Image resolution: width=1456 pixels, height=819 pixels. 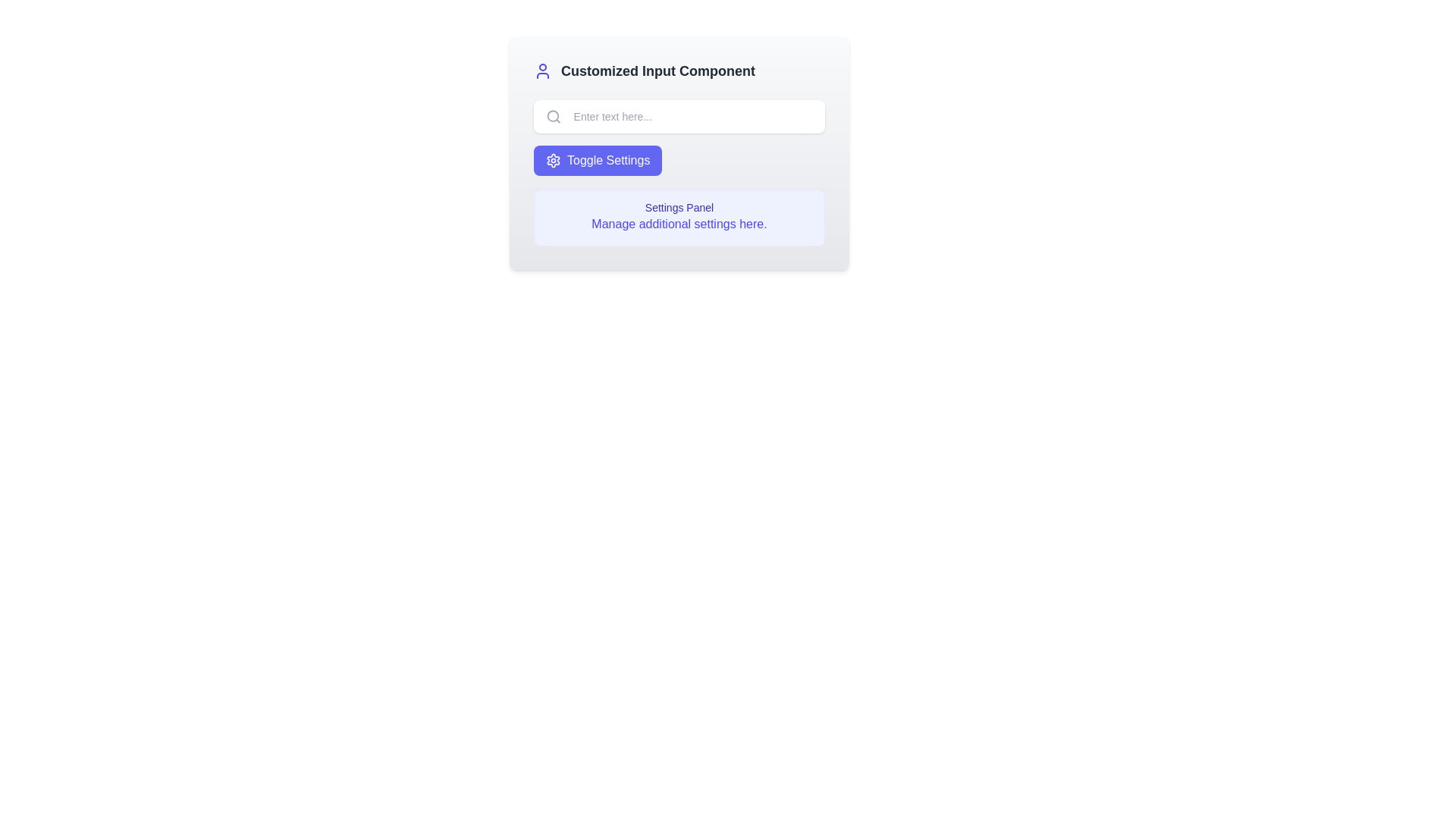 I want to click on the gray magnifying glass search icon located to the left of the text input field in the input group, so click(x=553, y=116).